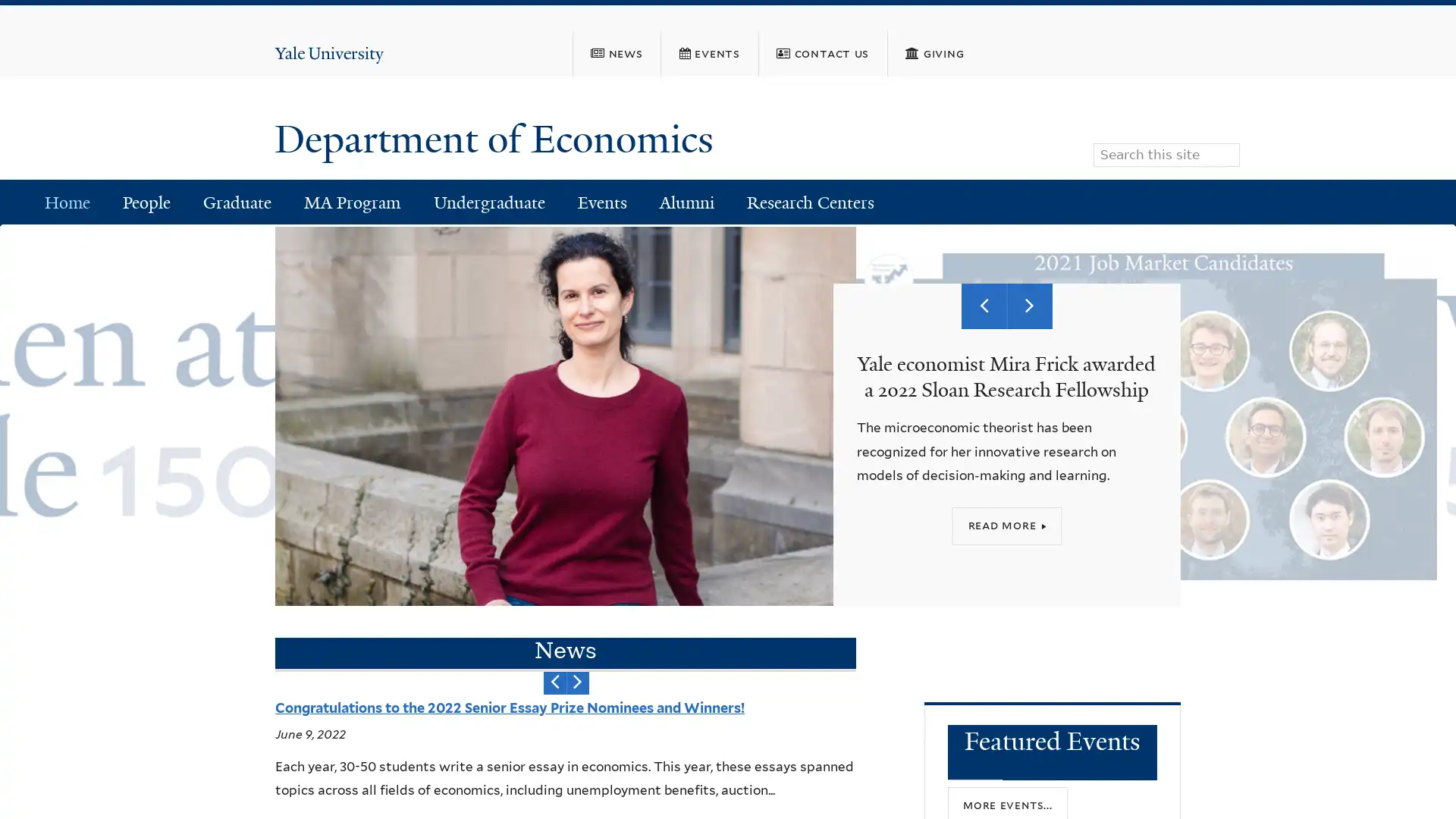 Image resolution: width=1456 pixels, height=819 pixels. Describe the element at coordinates (984, 305) in the screenshot. I see `previous` at that location.